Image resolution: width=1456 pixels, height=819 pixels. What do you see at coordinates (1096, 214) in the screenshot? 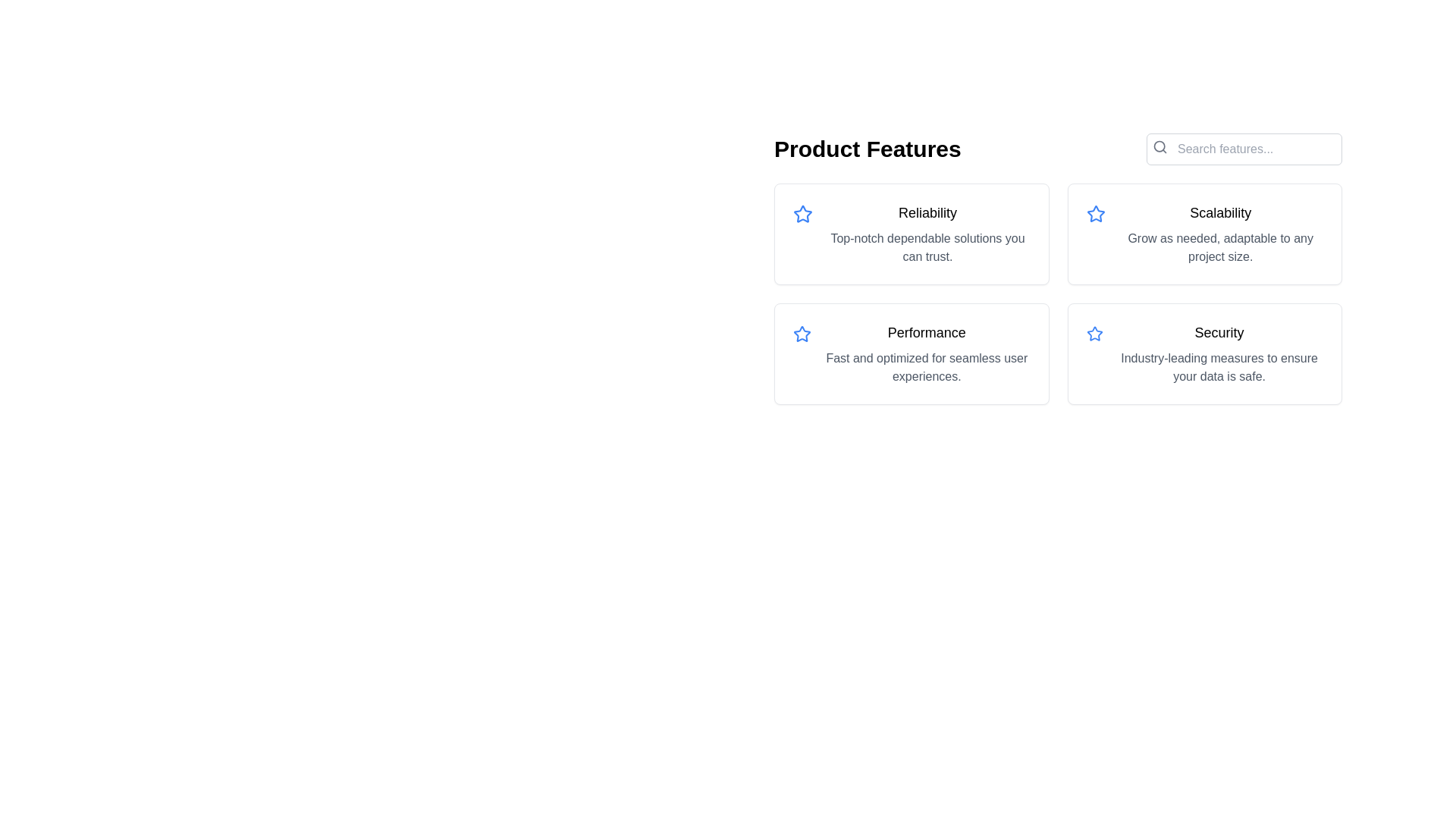
I see `the scalability icon located in the top right quadrant of the grid layout` at bounding box center [1096, 214].